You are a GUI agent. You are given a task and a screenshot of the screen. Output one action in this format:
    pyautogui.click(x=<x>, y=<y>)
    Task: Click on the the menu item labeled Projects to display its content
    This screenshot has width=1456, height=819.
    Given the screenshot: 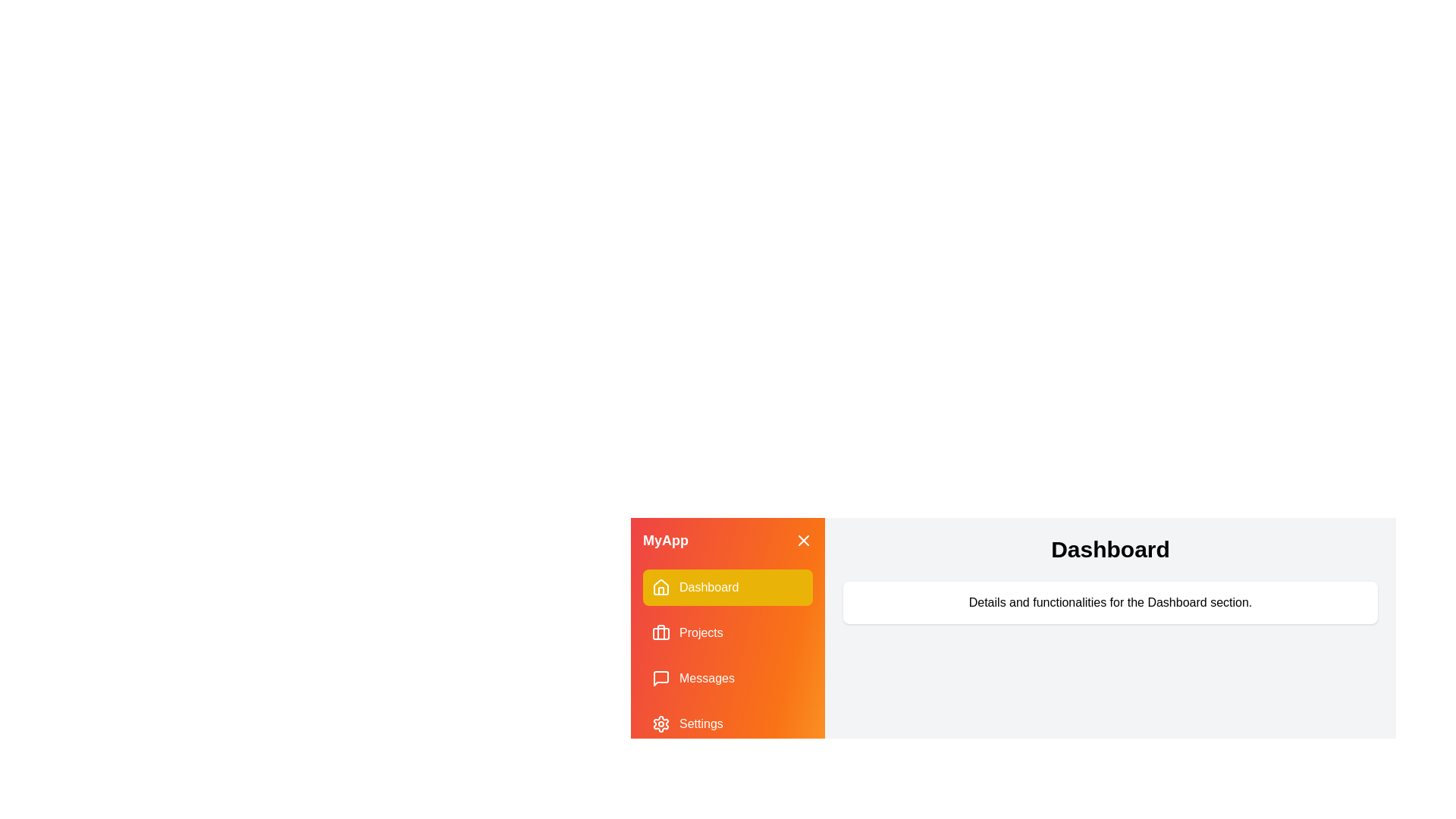 What is the action you would take?
    pyautogui.click(x=728, y=632)
    